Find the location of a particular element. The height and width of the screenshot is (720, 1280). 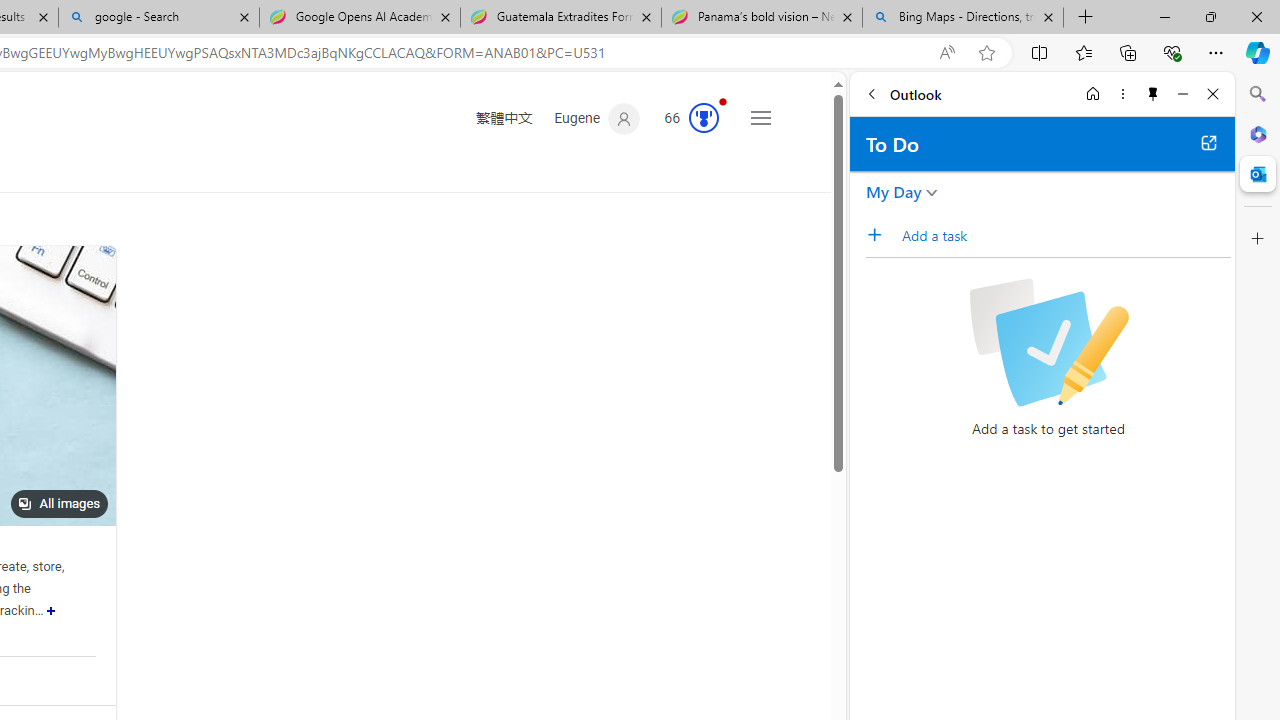

'google - Search' is located at coordinates (157, 17).